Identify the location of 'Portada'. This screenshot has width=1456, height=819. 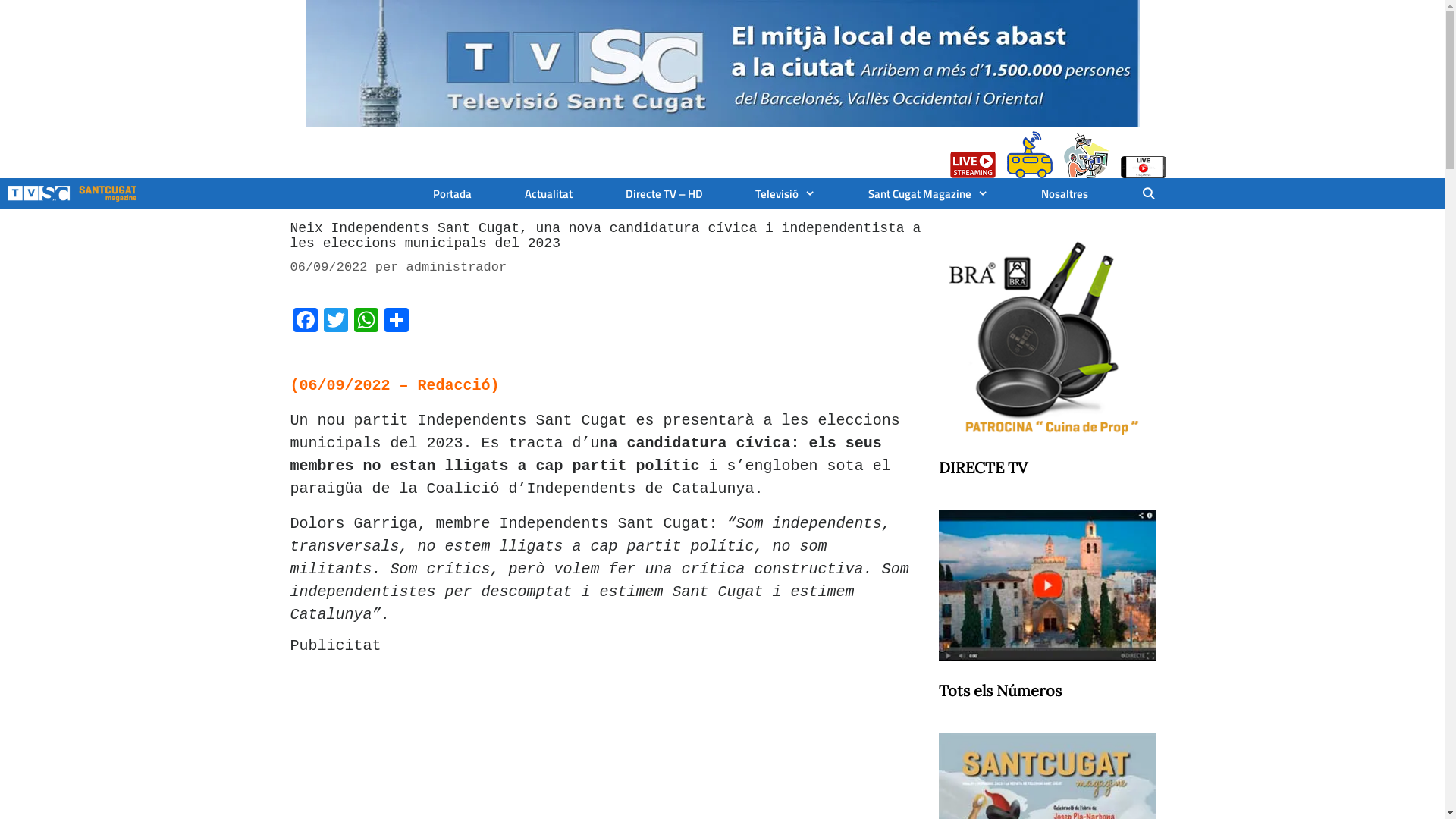
(451, 193).